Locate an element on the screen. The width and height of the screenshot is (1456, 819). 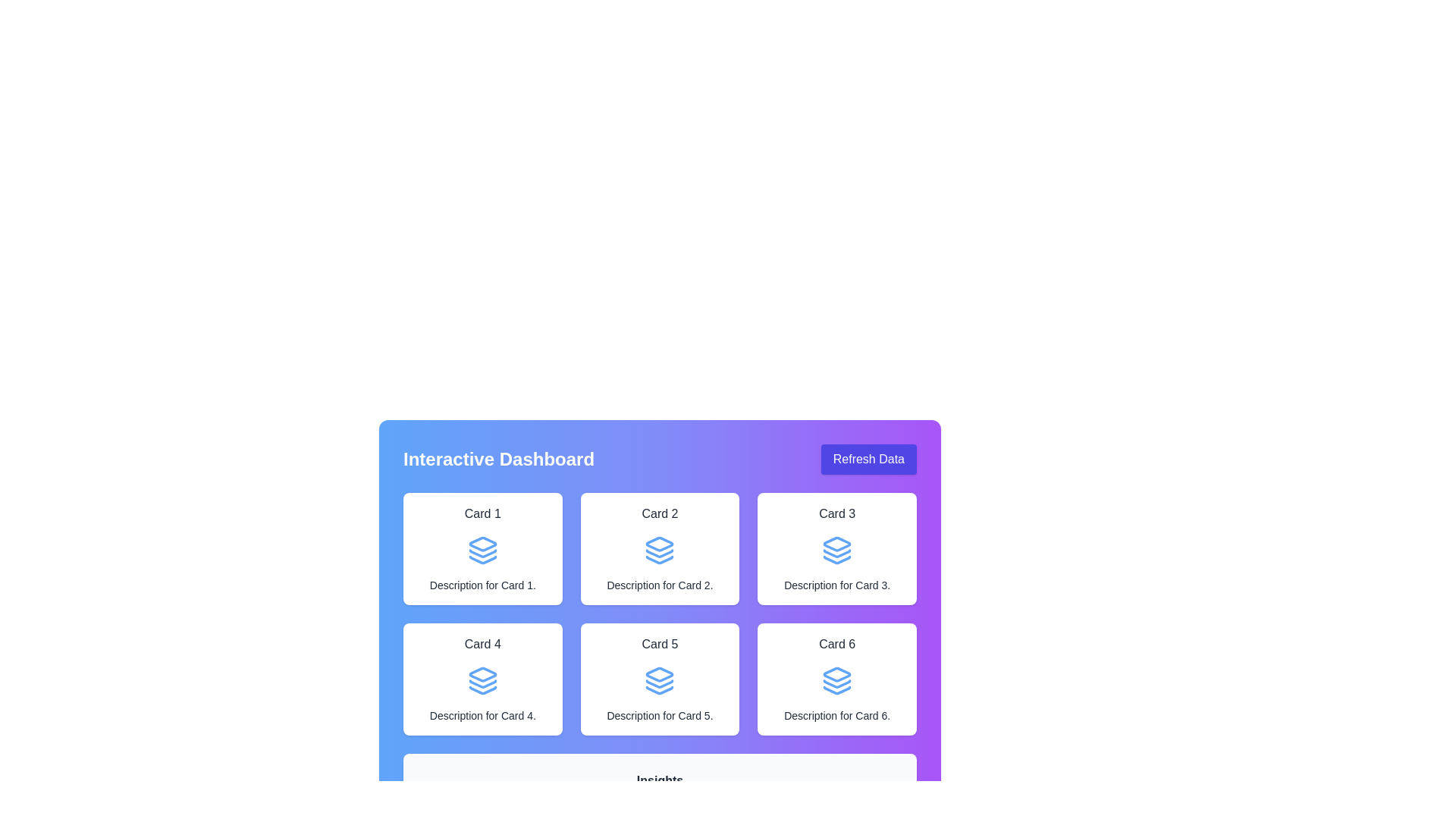
the 'Card 5' text label, which is a medium-sized bold black text located at the top of the second card in the second row of a grid layout is located at coordinates (660, 644).